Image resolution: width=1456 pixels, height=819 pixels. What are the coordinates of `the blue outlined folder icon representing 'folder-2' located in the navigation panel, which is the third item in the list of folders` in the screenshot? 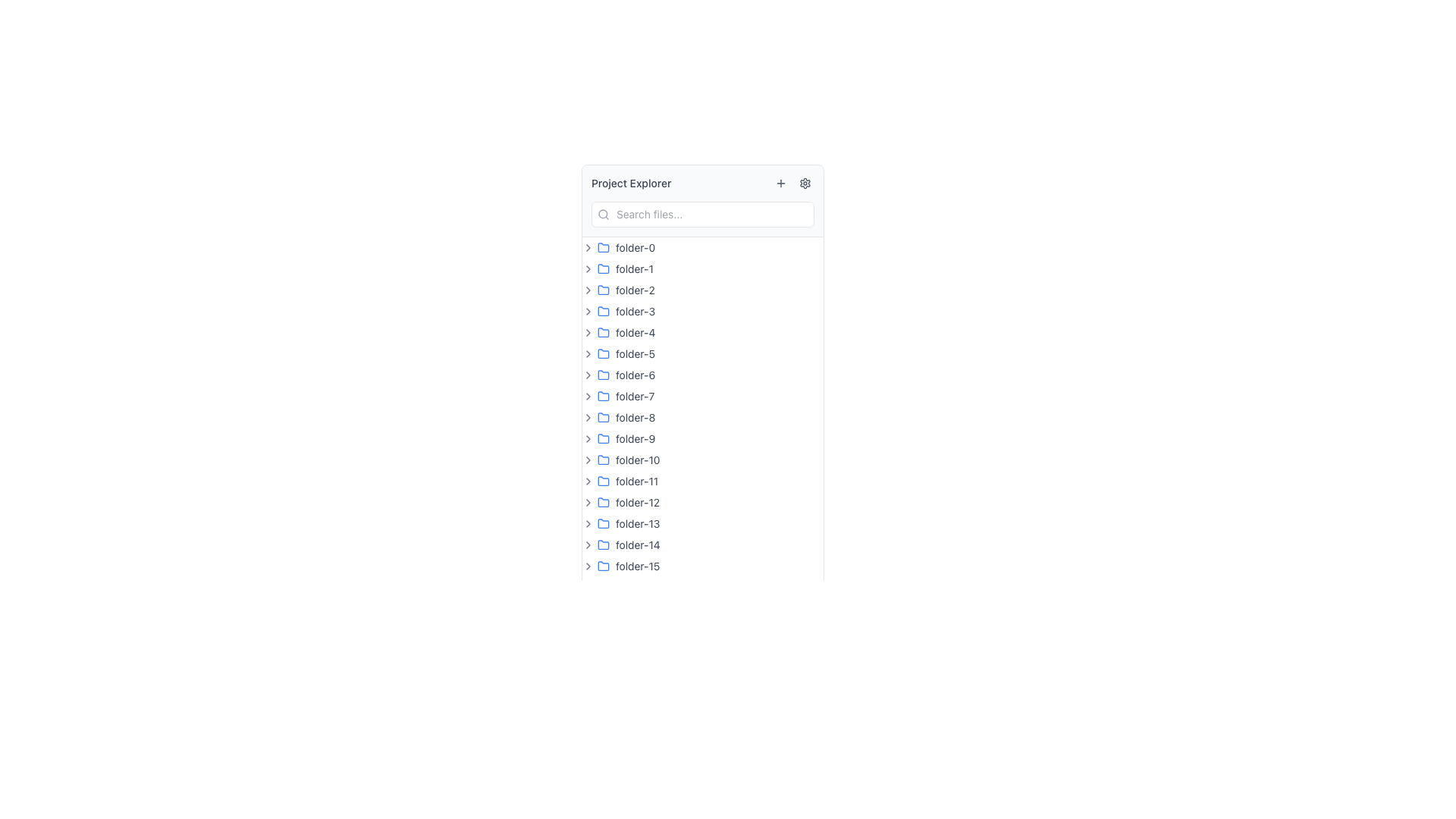 It's located at (603, 289).